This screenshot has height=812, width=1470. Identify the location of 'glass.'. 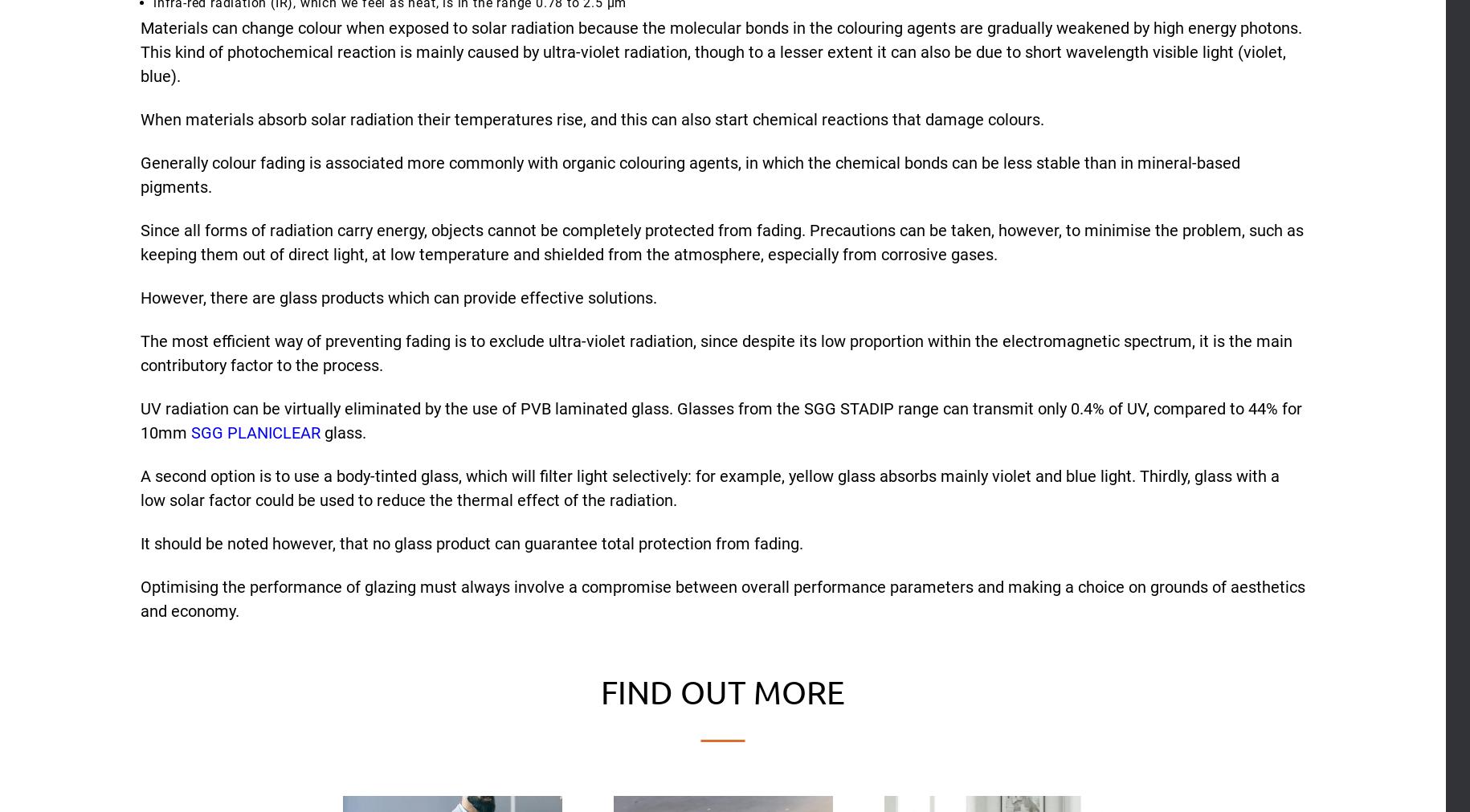
(342, 431).